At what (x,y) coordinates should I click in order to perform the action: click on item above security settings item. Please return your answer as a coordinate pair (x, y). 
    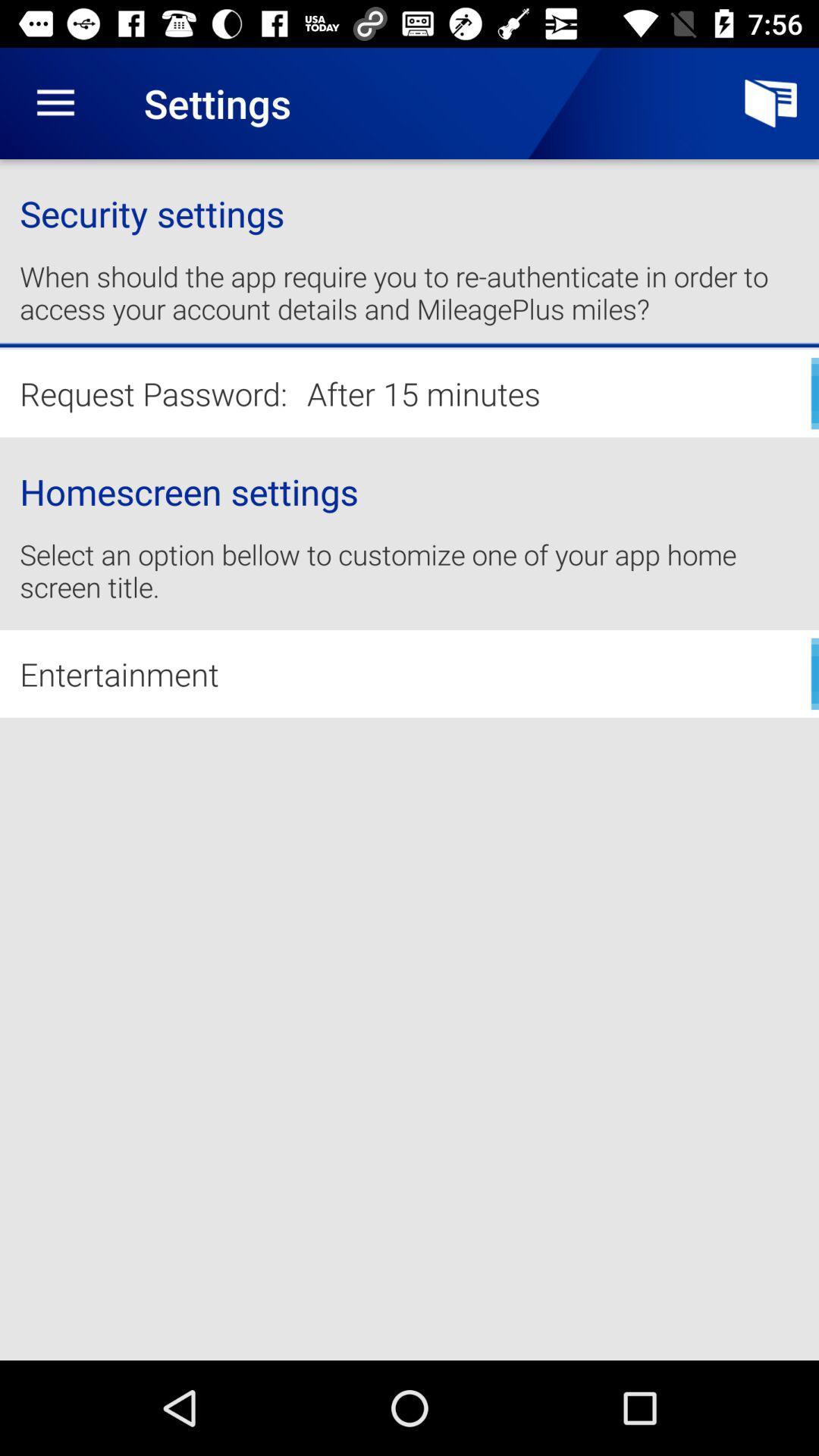
    Looking at the image, I should click on (55, 102).